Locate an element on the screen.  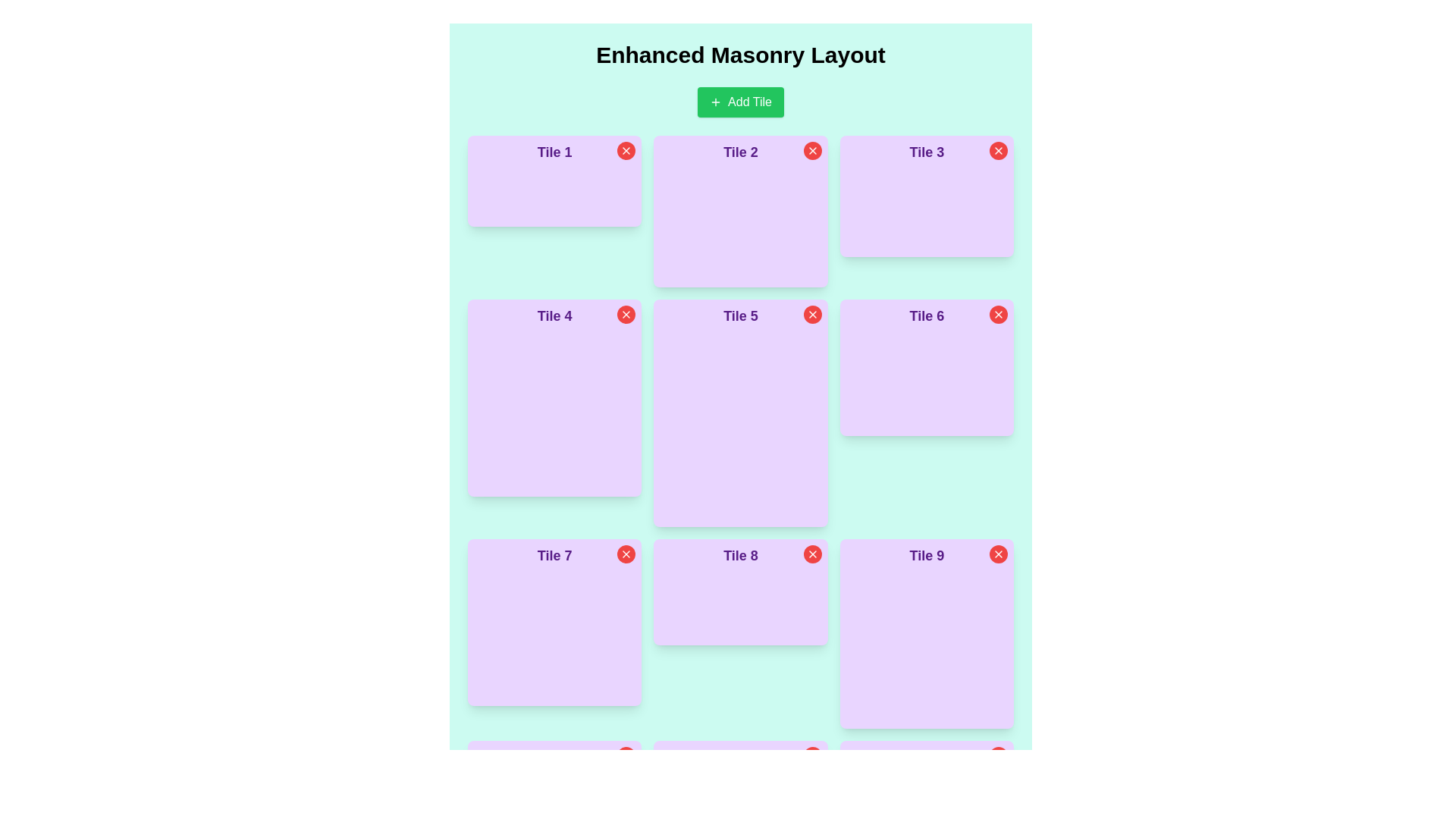
the 'close' button (red circular background with white 'X') located at the top-right corner of 'Tile 3' for keyboard accessibility is located at coordinates (998, 151).